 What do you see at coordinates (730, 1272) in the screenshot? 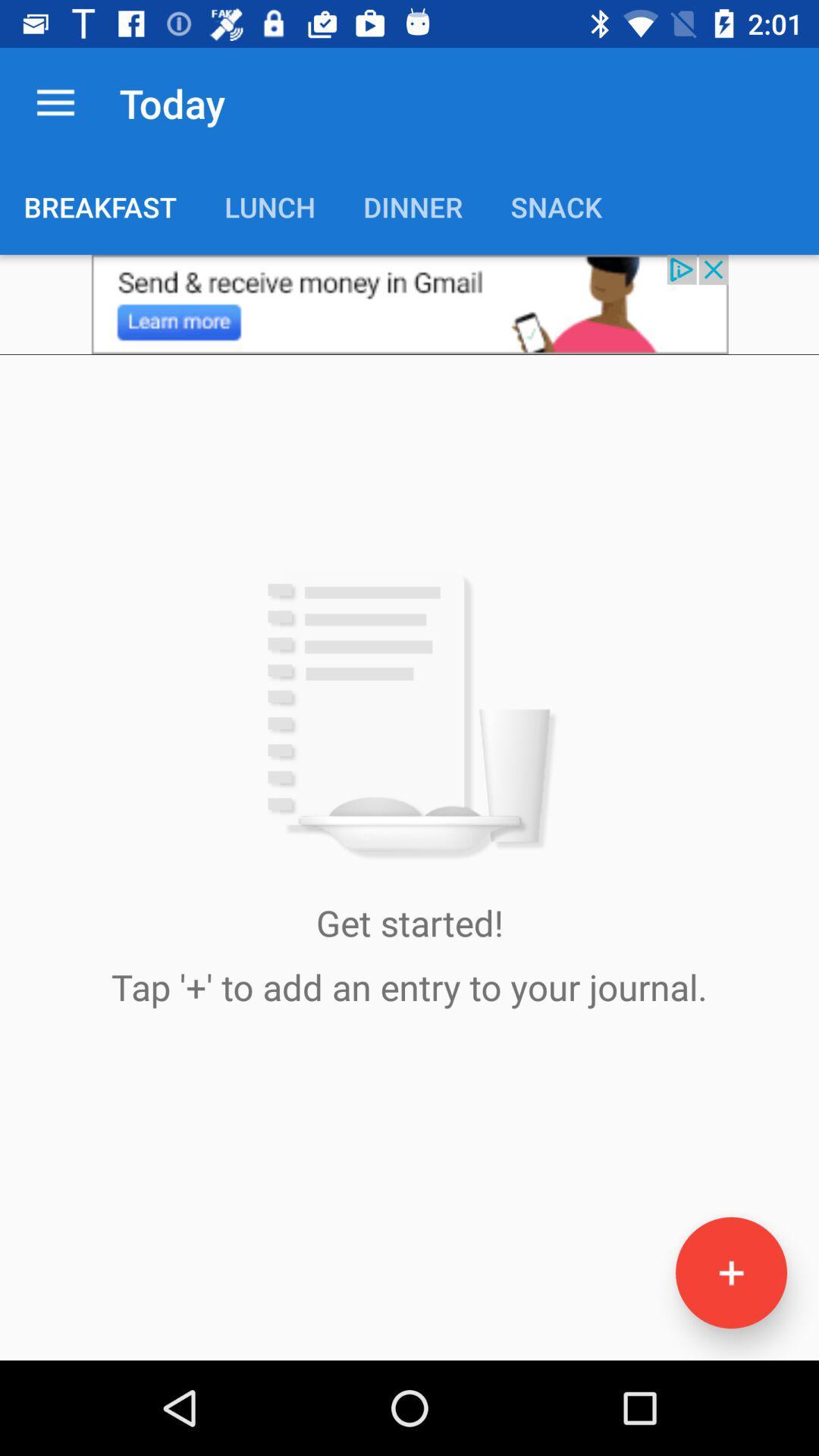
I see `item` at bounding box center [730, 1272].